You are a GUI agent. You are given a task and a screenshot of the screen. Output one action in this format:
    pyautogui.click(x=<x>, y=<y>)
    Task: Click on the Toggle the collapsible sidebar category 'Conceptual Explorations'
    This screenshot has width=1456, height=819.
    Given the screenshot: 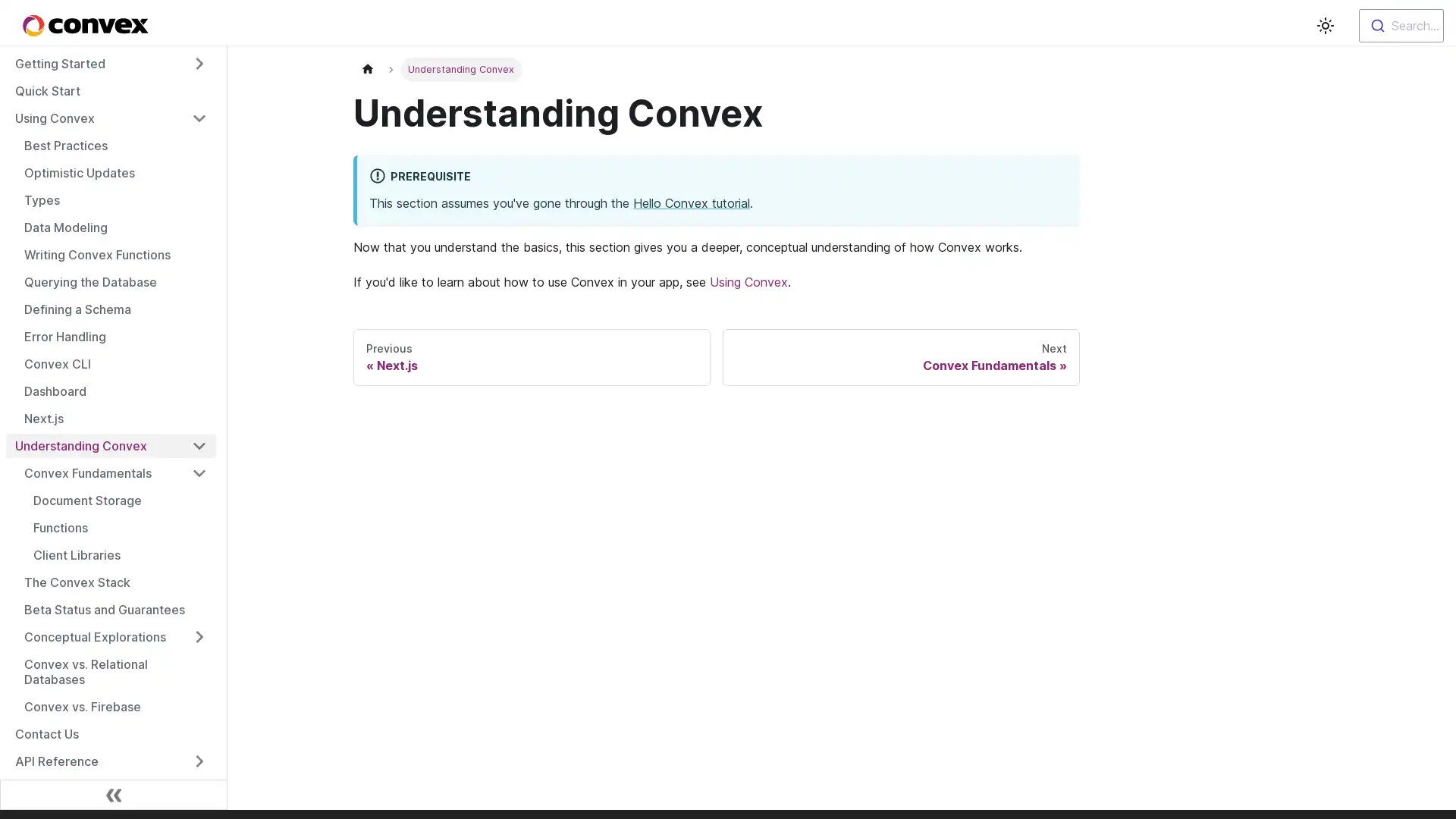 What is the action you would take?
    pyautogui.click(x=199, y=637)
    